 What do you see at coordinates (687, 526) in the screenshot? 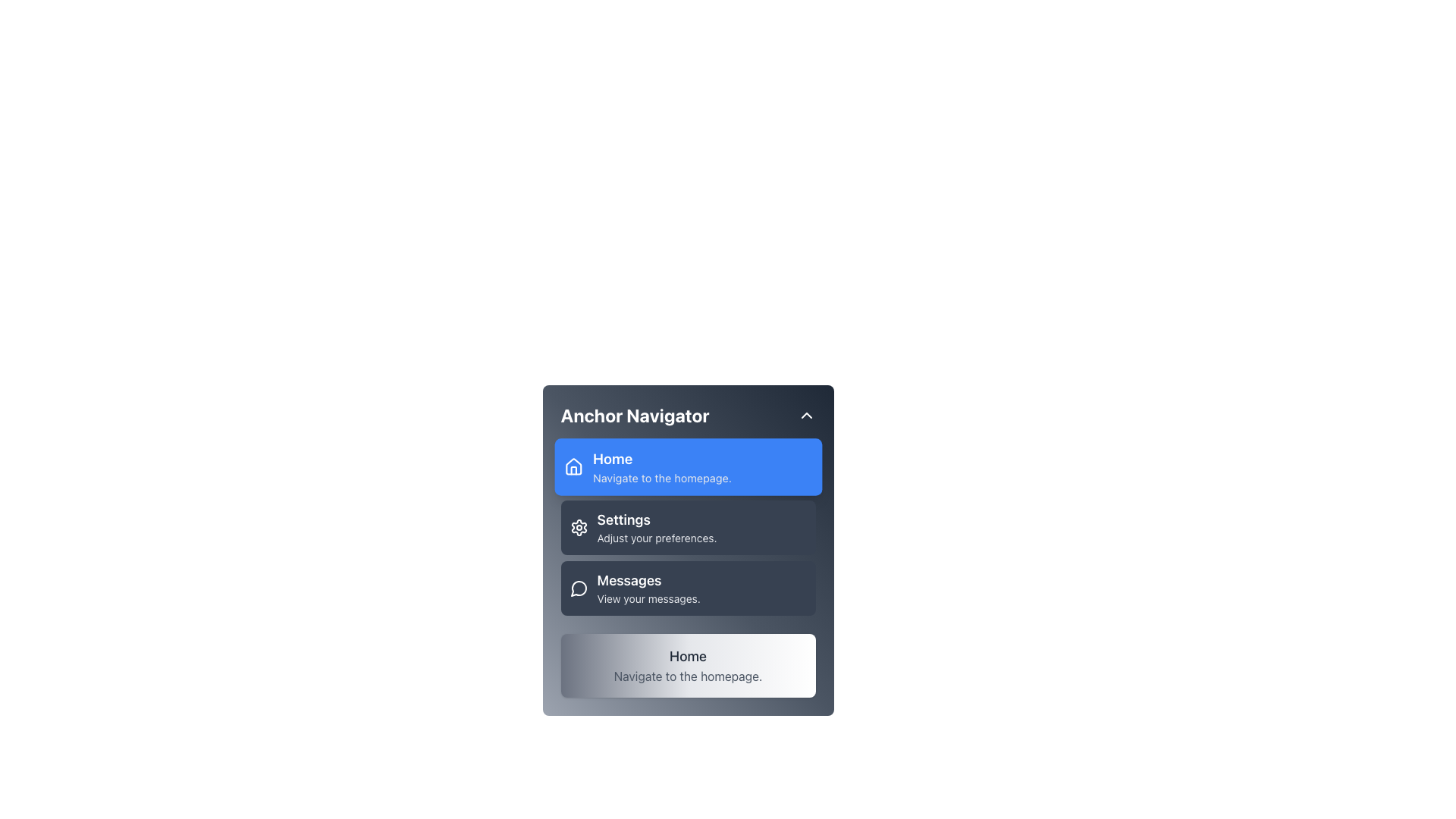
I see `the highlighted 'Settings' option in the vertical list of options within the 'Anchor Navigator'` at bounding box center [687, 526].